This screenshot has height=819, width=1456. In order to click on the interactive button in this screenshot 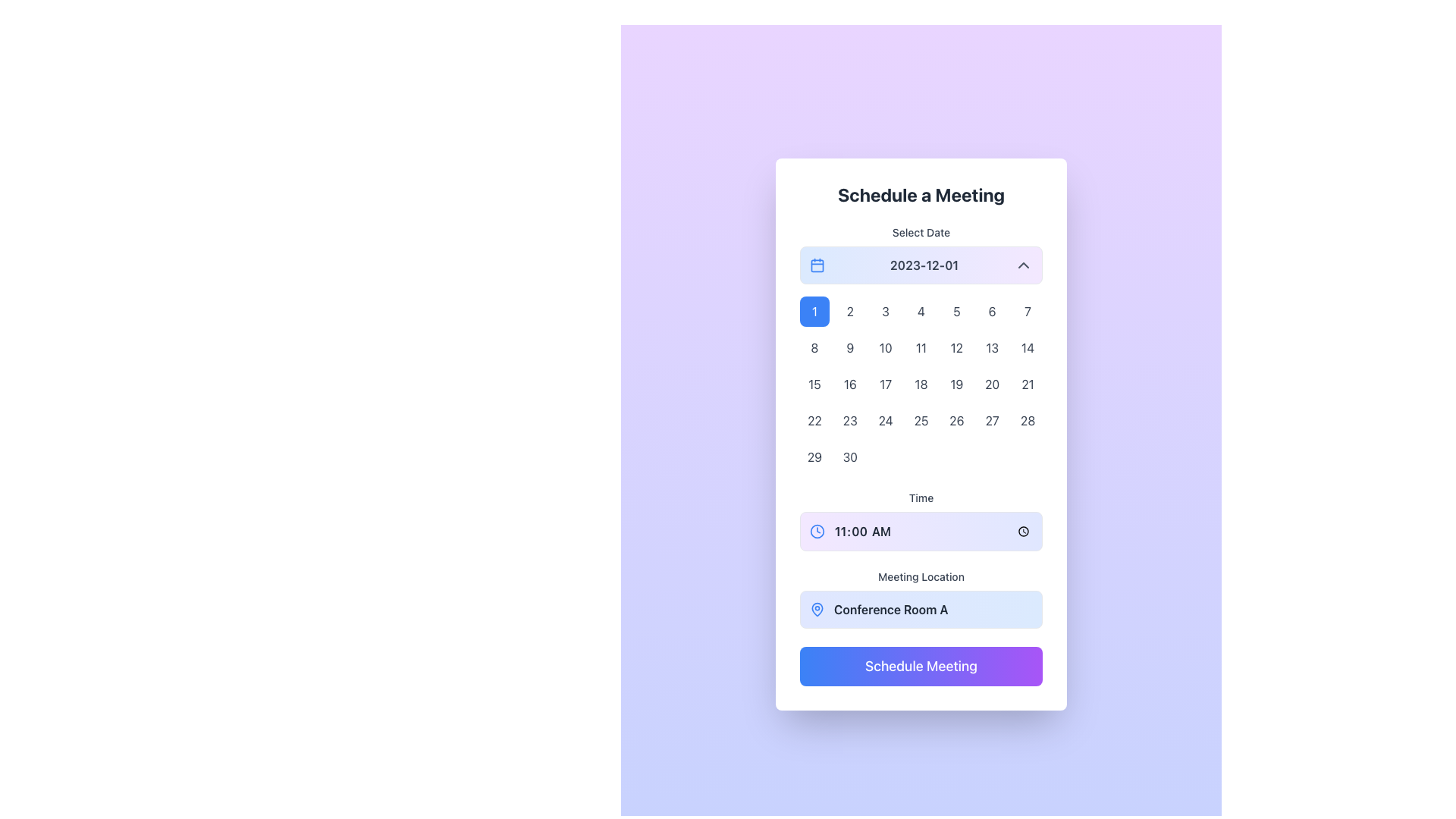, I will do `click(885, 383)`.